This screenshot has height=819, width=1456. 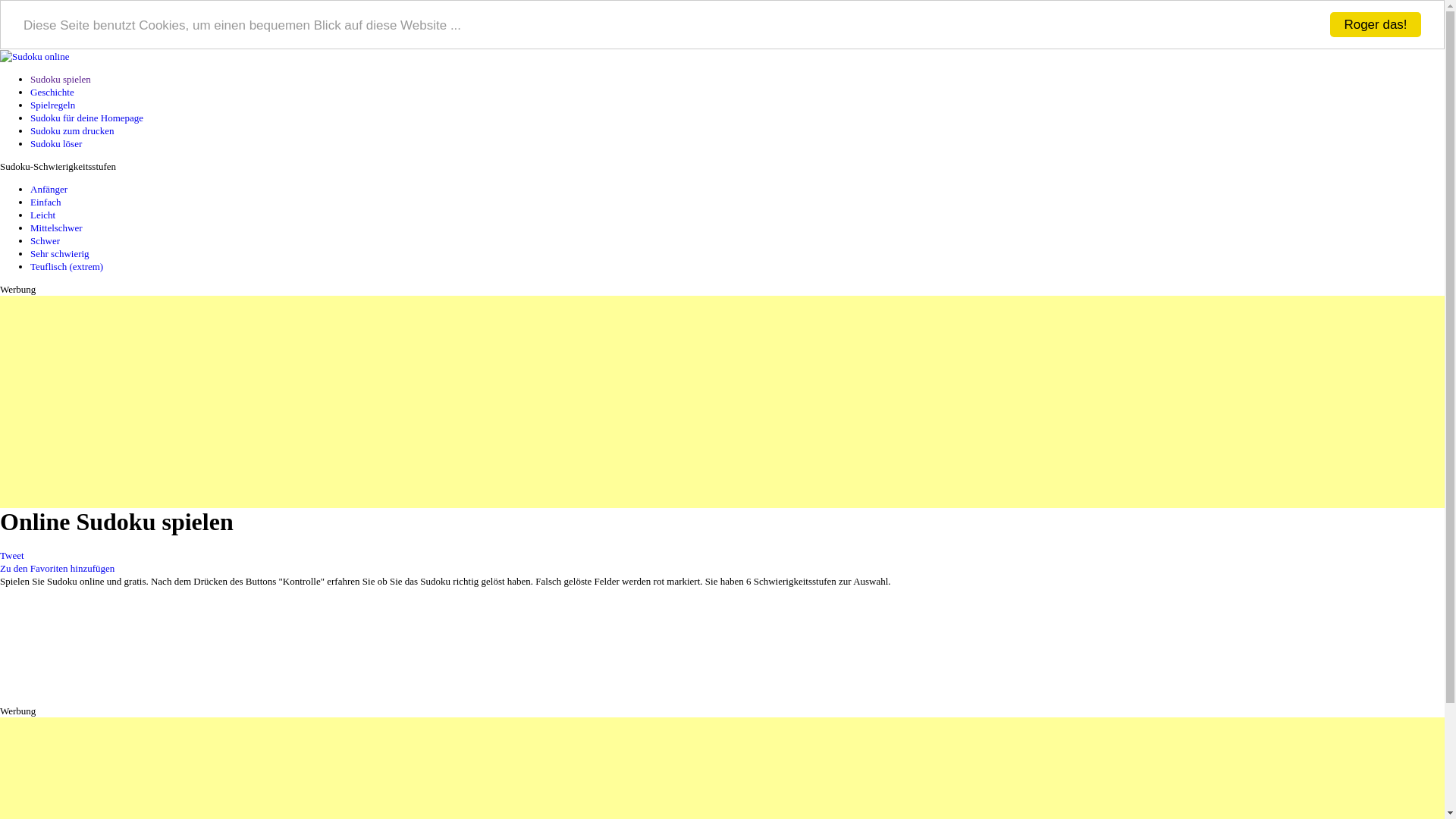 What do you see at coordinates (34, 55) in the screenshot?
I see `'Sudoku online kostenlos spielen | 123Sudoku.ch'` at bounding box center [34, 55].